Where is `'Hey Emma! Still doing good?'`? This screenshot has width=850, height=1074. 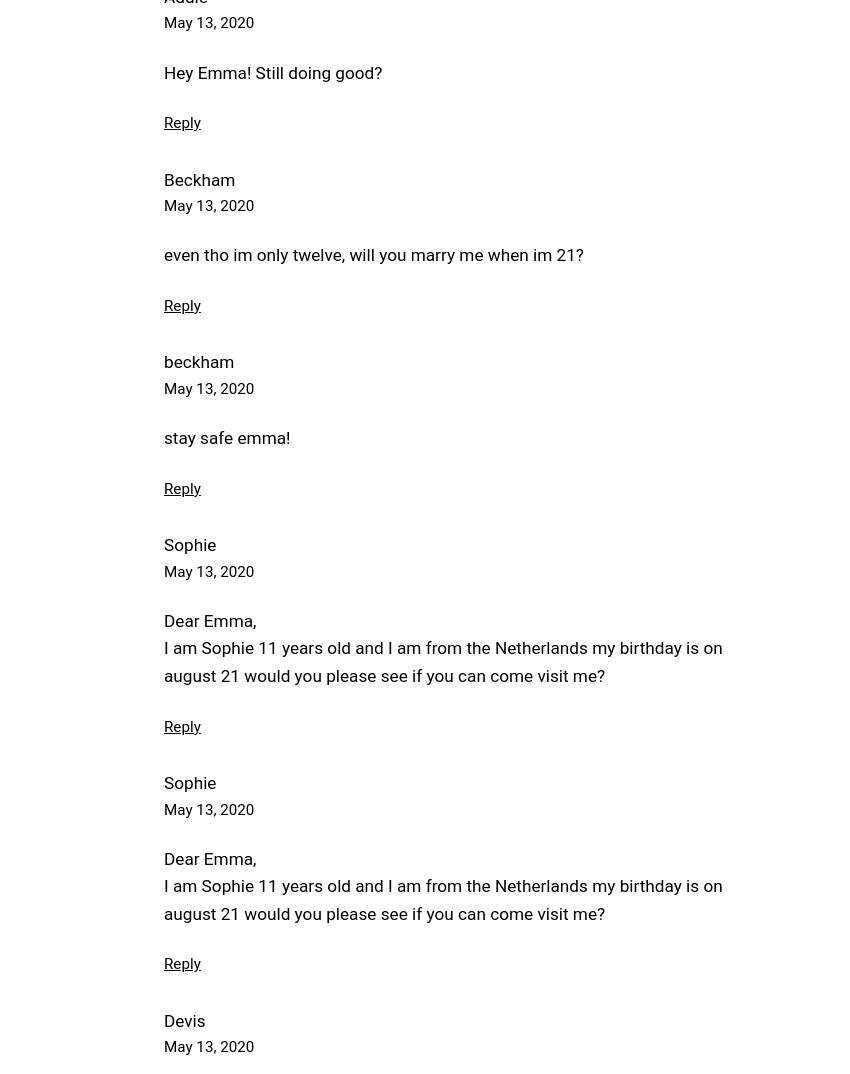
'Hey Emma! Still doing good?' is located at coordinates (163, 71).